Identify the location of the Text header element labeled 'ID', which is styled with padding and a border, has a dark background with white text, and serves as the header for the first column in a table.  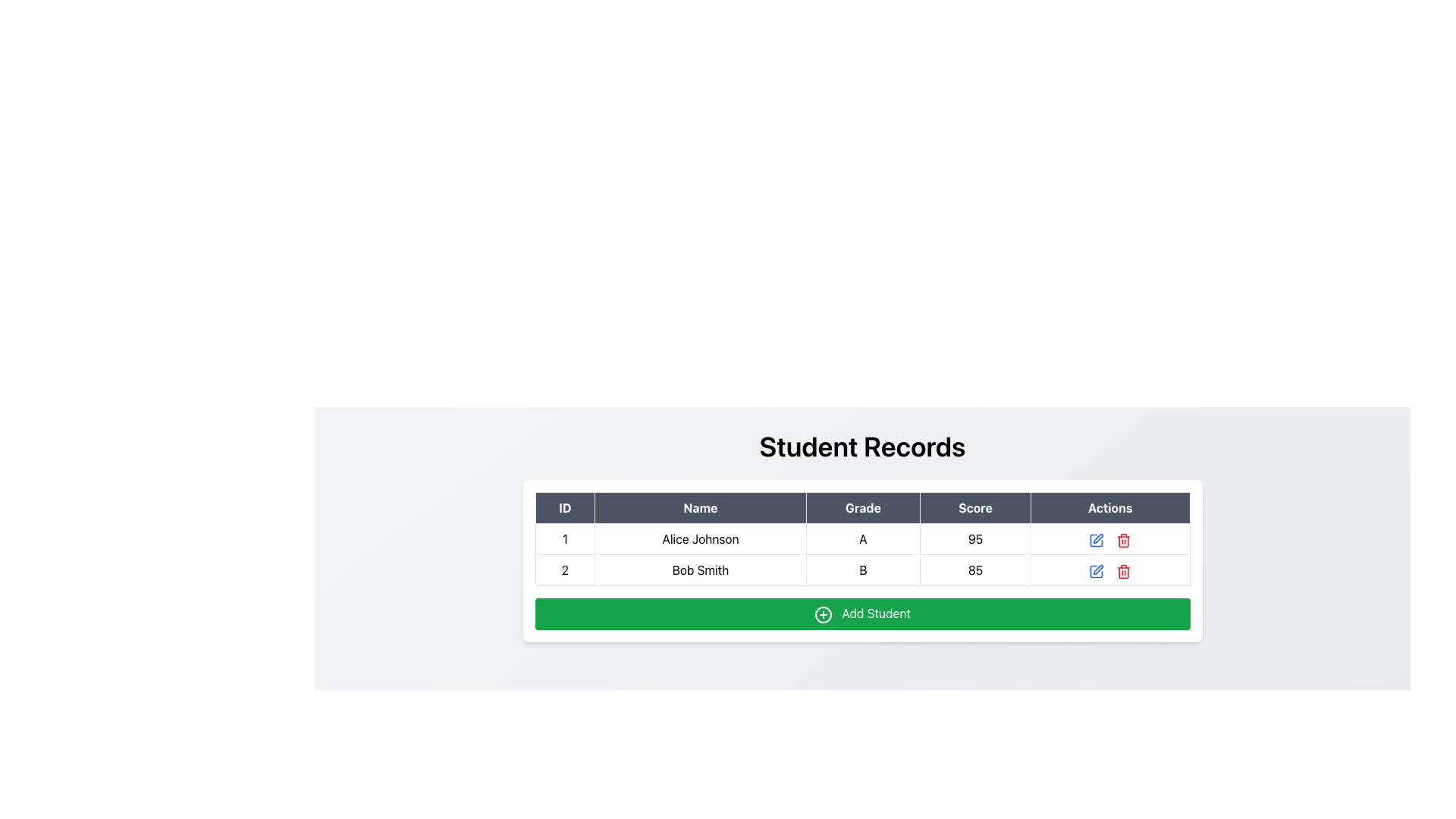
(564, 508).